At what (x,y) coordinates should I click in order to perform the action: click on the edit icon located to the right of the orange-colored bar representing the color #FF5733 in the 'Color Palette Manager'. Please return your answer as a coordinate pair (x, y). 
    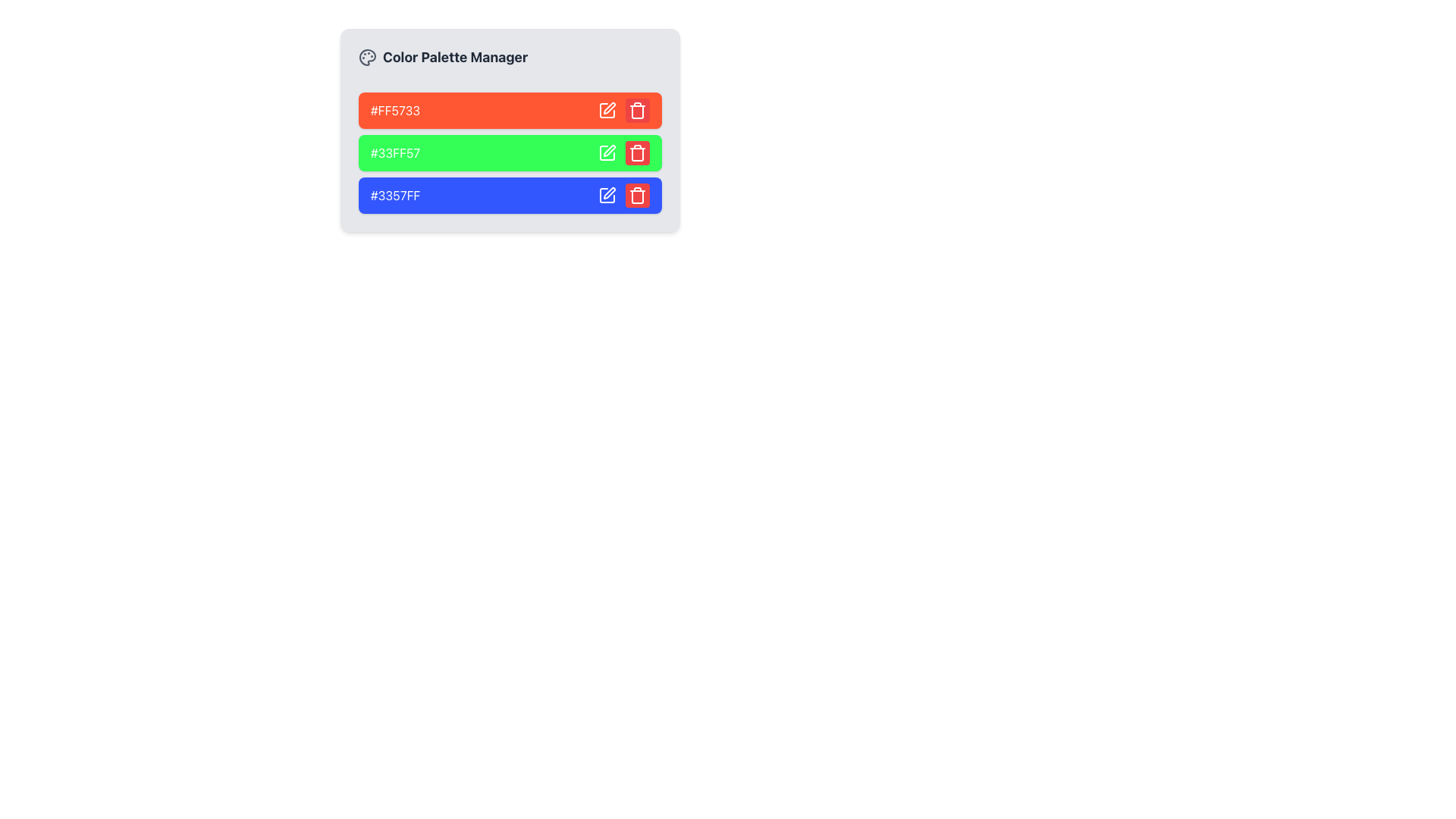
    Looking at the image, I should click on (610, 107).